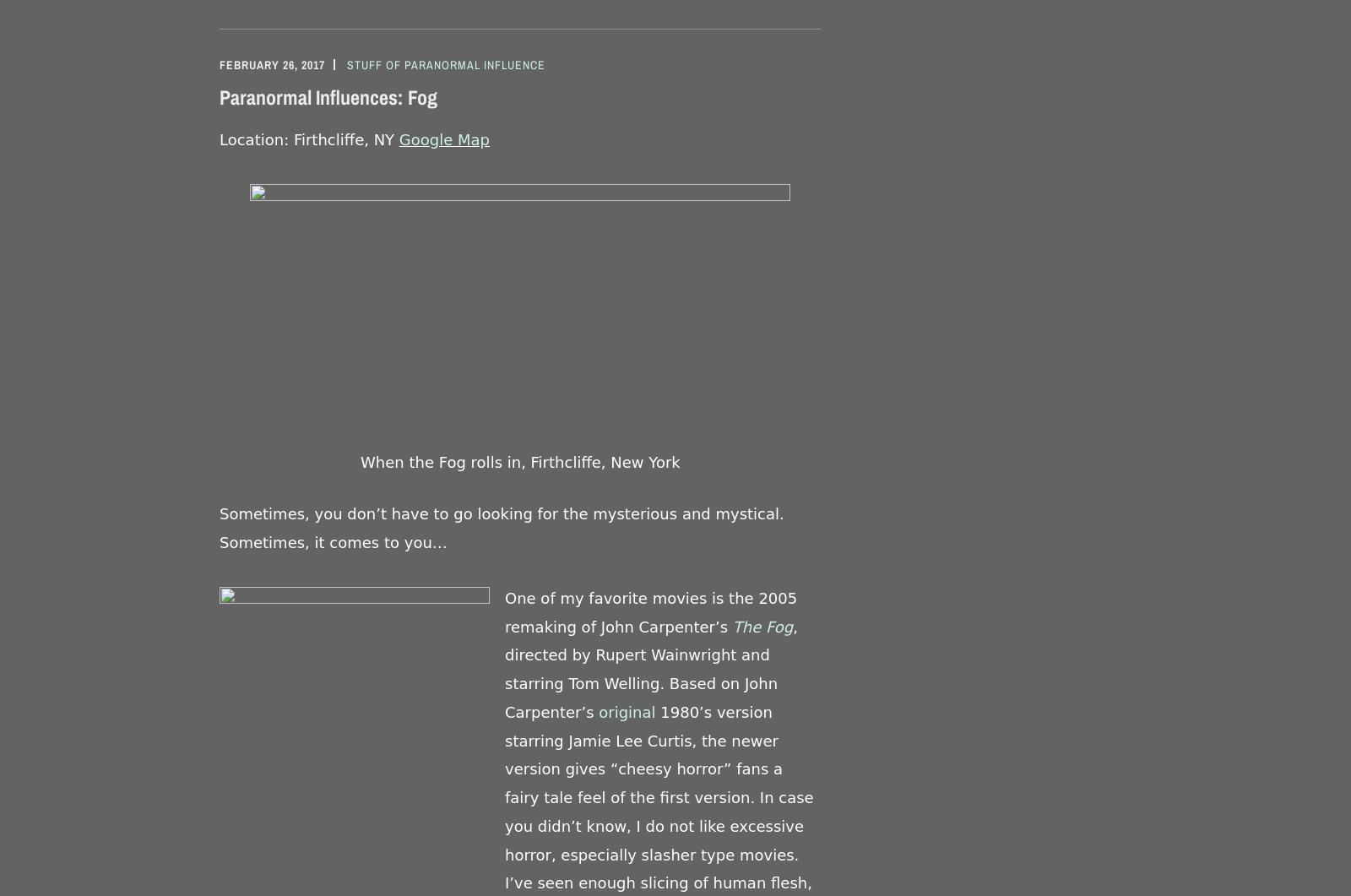 This screenshot has height=896, width=1351. Describe the element at coordinates (762, 626) in the screenshot. I see `'The Fog'` at that location.